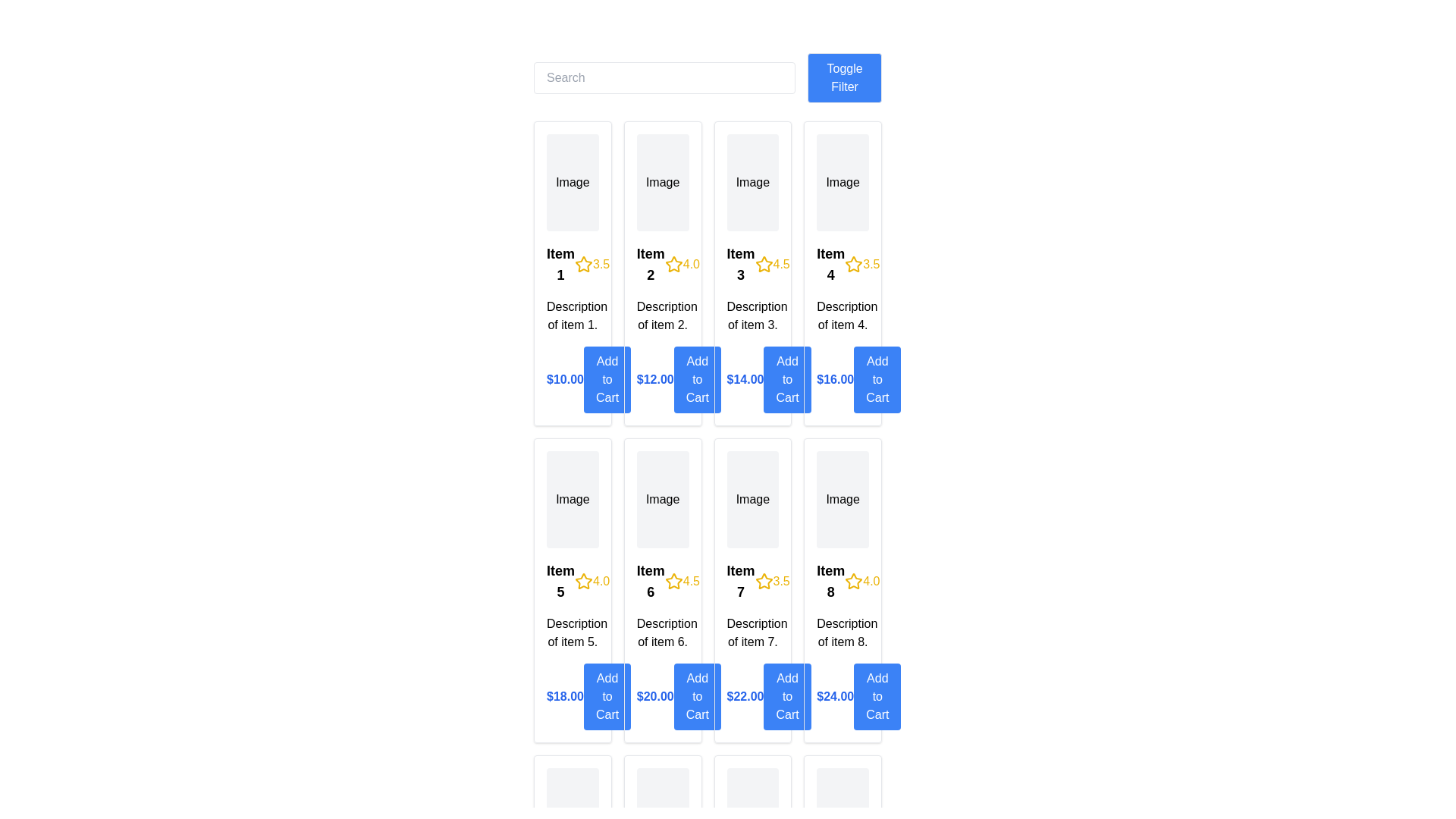  I want to click on the rating icon located to the left of the numeric text '4.0' in the rating section below 'Item 5', so click(583, 581).